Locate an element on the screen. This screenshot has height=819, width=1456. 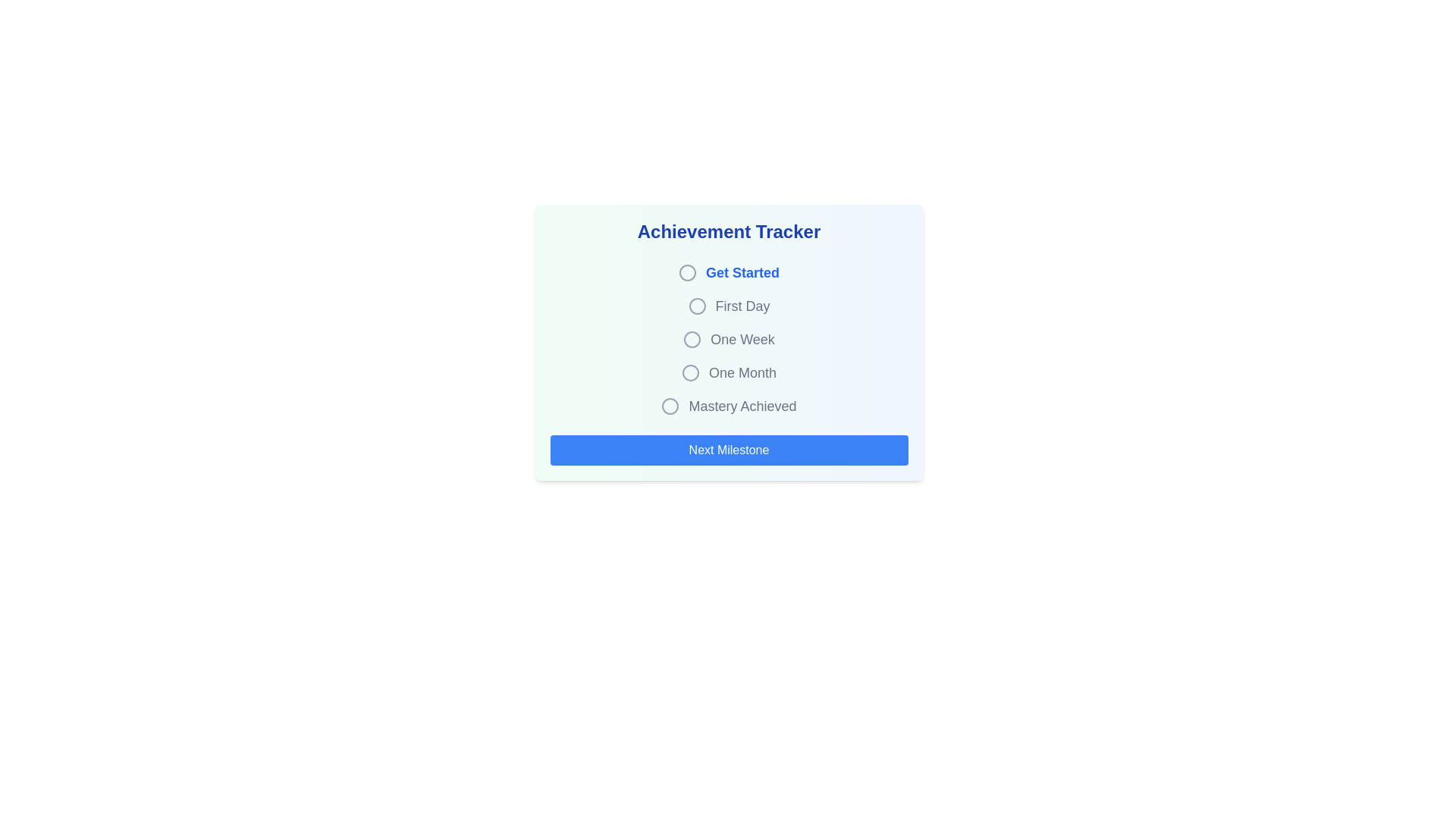
the 'Mastery Achieved' radio button in the achievement tracker interface is located at coordinates (729, 406).